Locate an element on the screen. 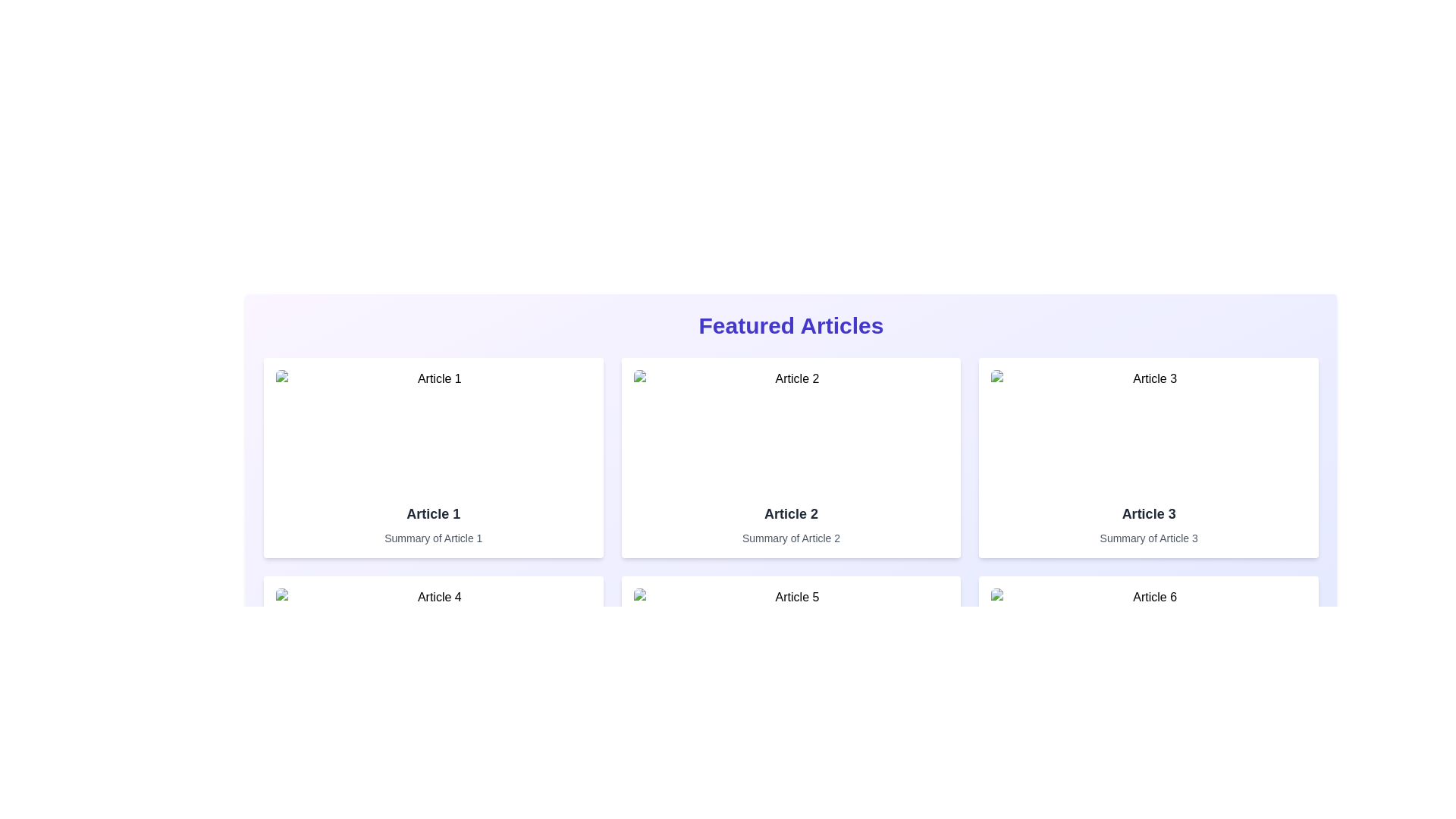 The image size is (1456, 819). to select or interact with the fourth card in the grid layout that displays a preview of an article, including its title, summary, and representative image is located at coordinates (432, 675).